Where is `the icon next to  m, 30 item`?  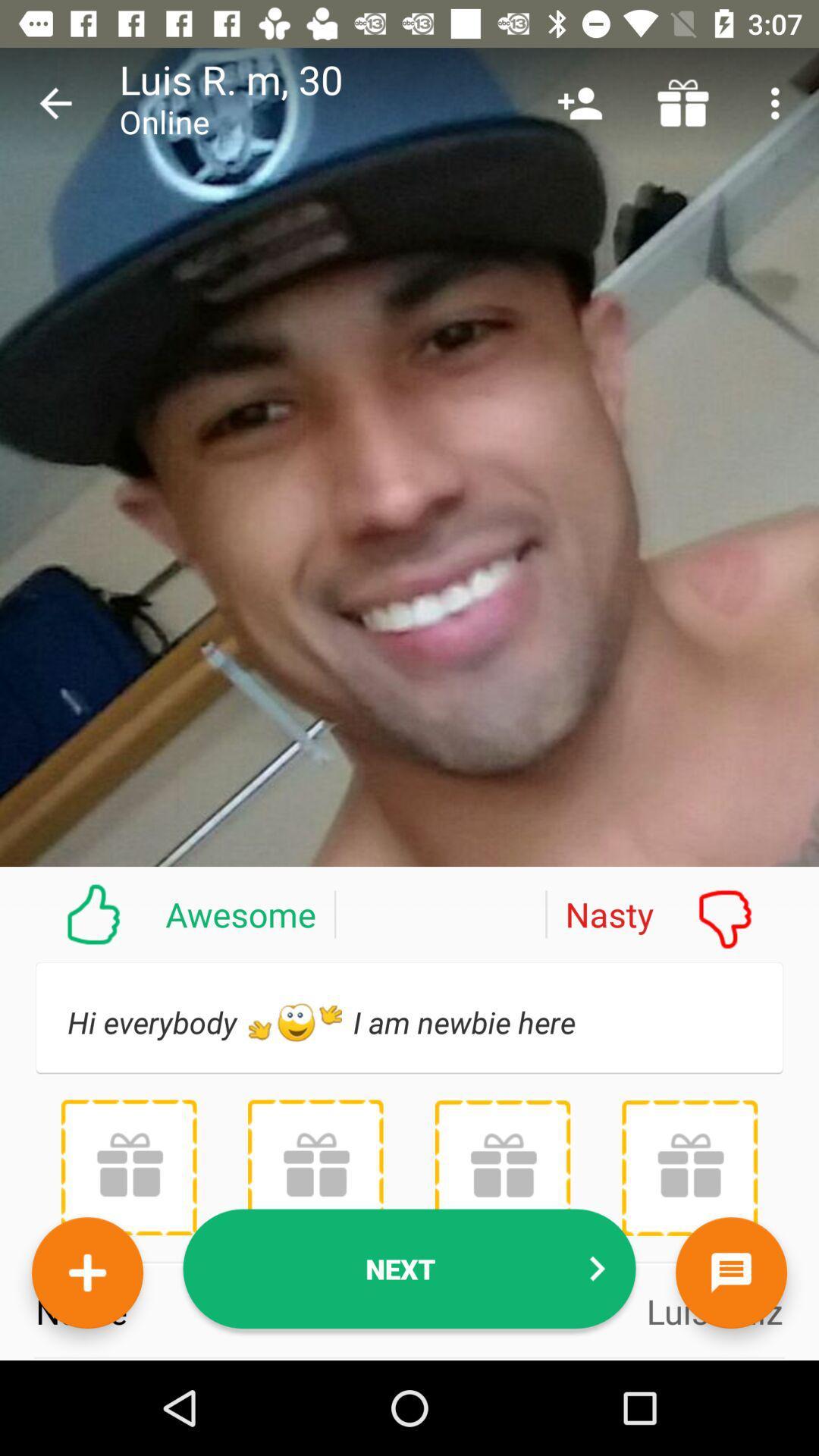
the icon next to  m, 30 item is located at coordinates (579, 102).